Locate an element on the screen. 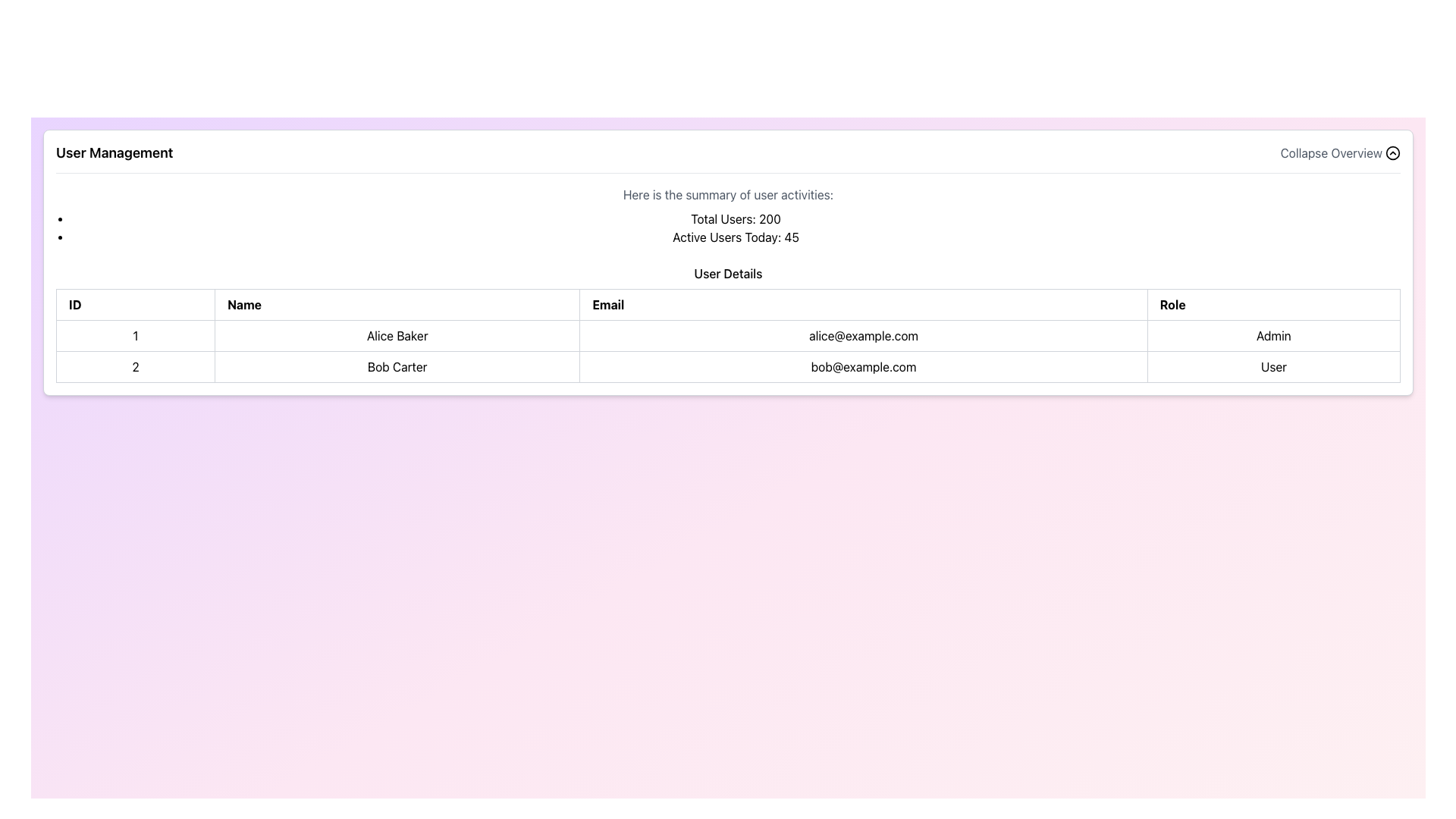 Image resolution: width=1456 pixels, height=819 pixels. the text label displaying the name 'Bob Carter' in the second row of the 'User Details' table under the 'Name' column is located at coordinates (397, 366).